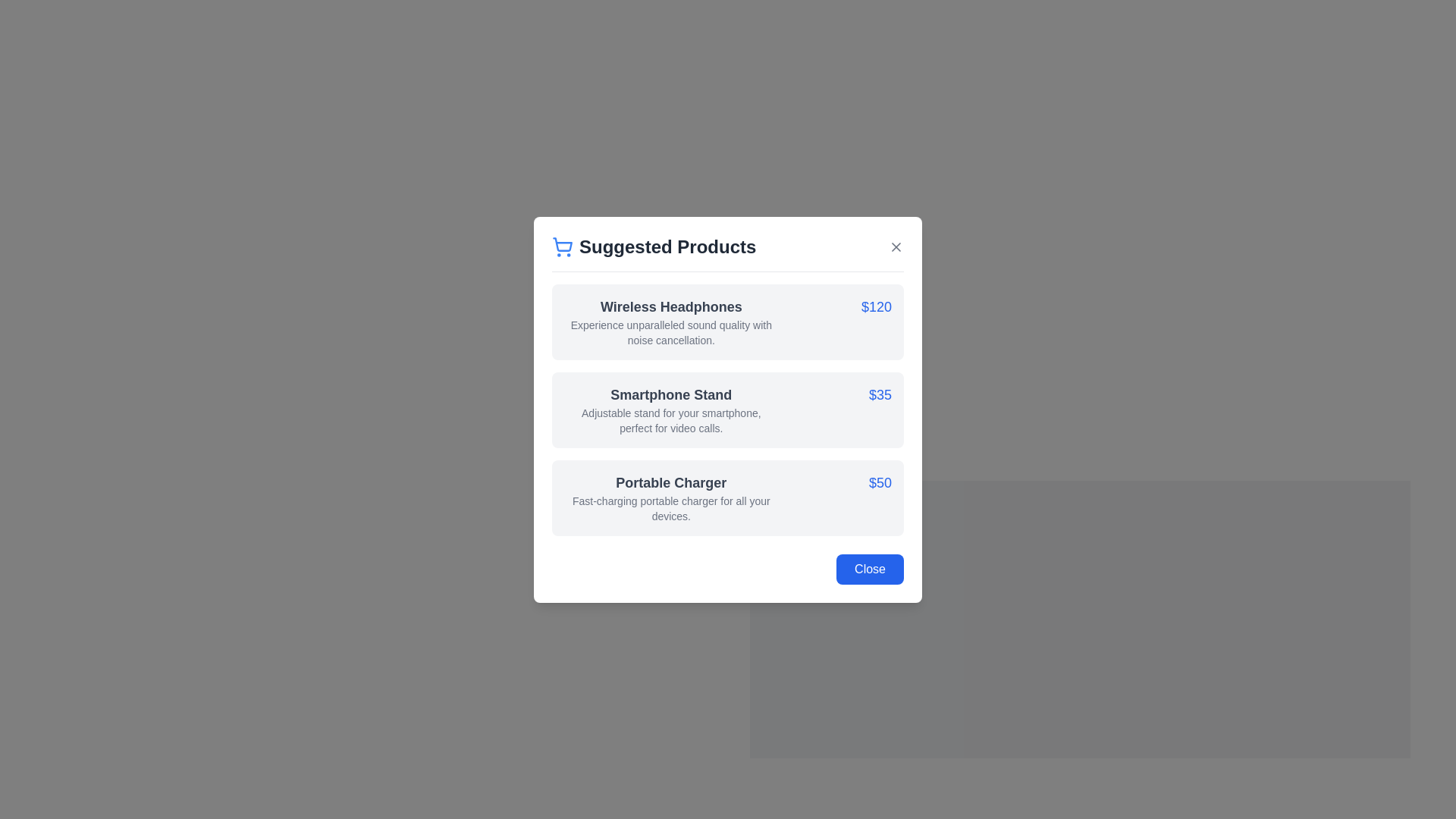 The image size is (1456, 819). I want to click on the static text element that provides details about the sound quality and noise-cancellation capabilities of the 'Wireless Headphones' product, located below the main title and above the product price in the 'Suggested Products' modal, so click(670, 331).